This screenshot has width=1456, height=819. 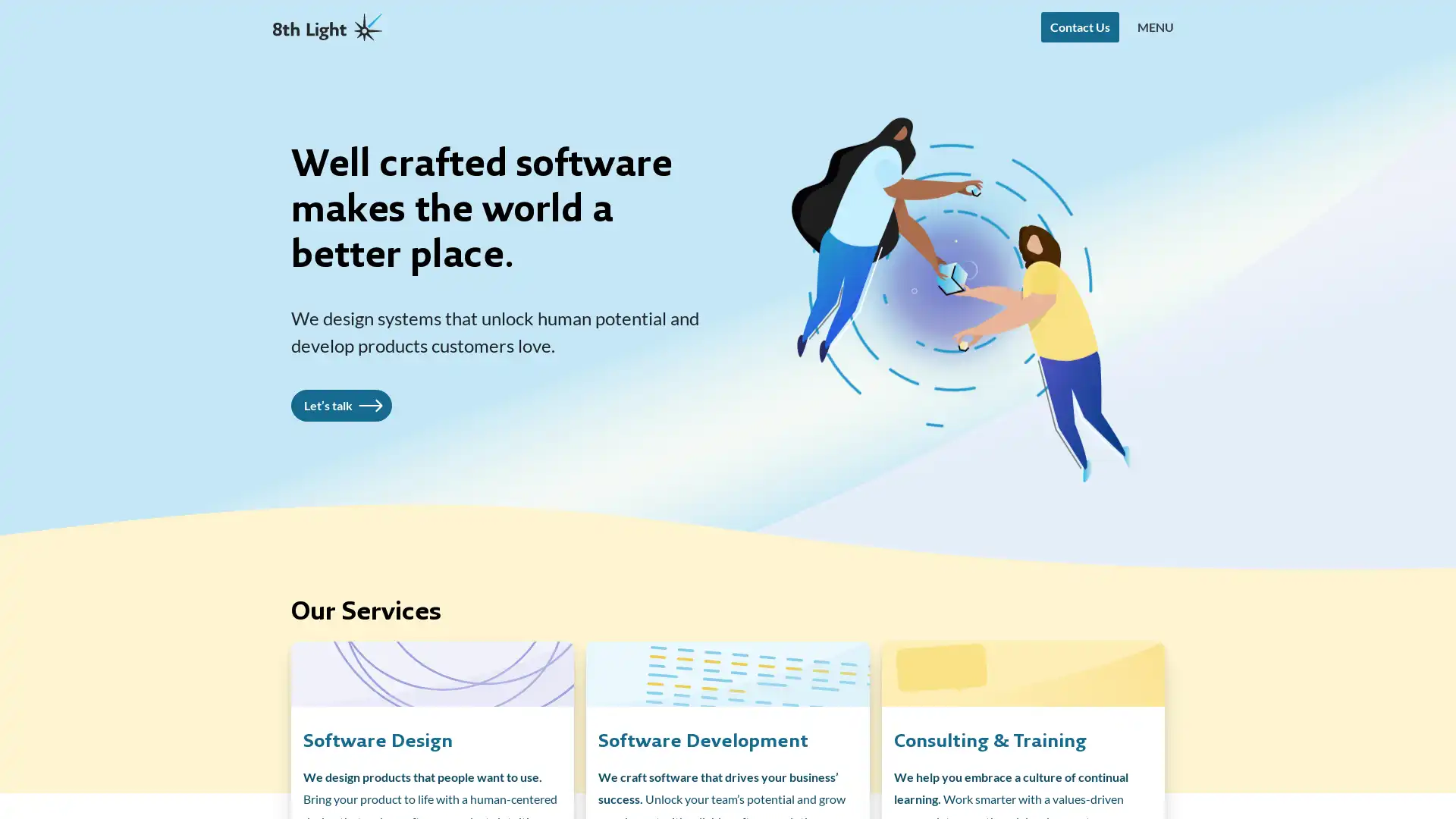 I want to click on MENU, so click(x=1154, y=27).